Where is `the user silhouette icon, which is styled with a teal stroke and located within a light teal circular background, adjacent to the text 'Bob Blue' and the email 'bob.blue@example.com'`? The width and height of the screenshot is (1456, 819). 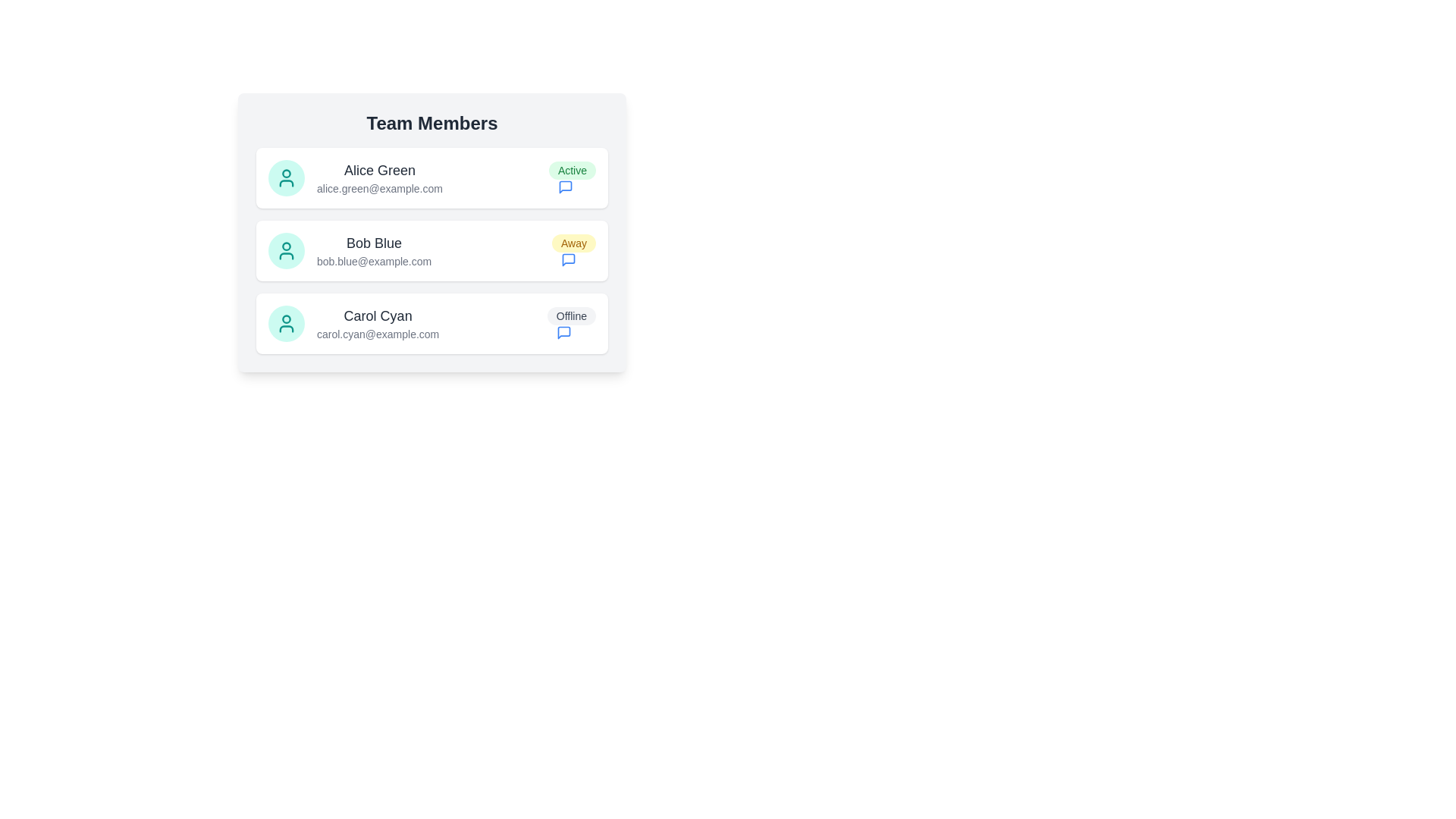
the user silhouette icon, which is styled with a teal stroke and located within a light teal circular background, adjacent to the text 'Bob Blue' and the email 'bob.blue@example.com' is located at coordinates (287, 250).